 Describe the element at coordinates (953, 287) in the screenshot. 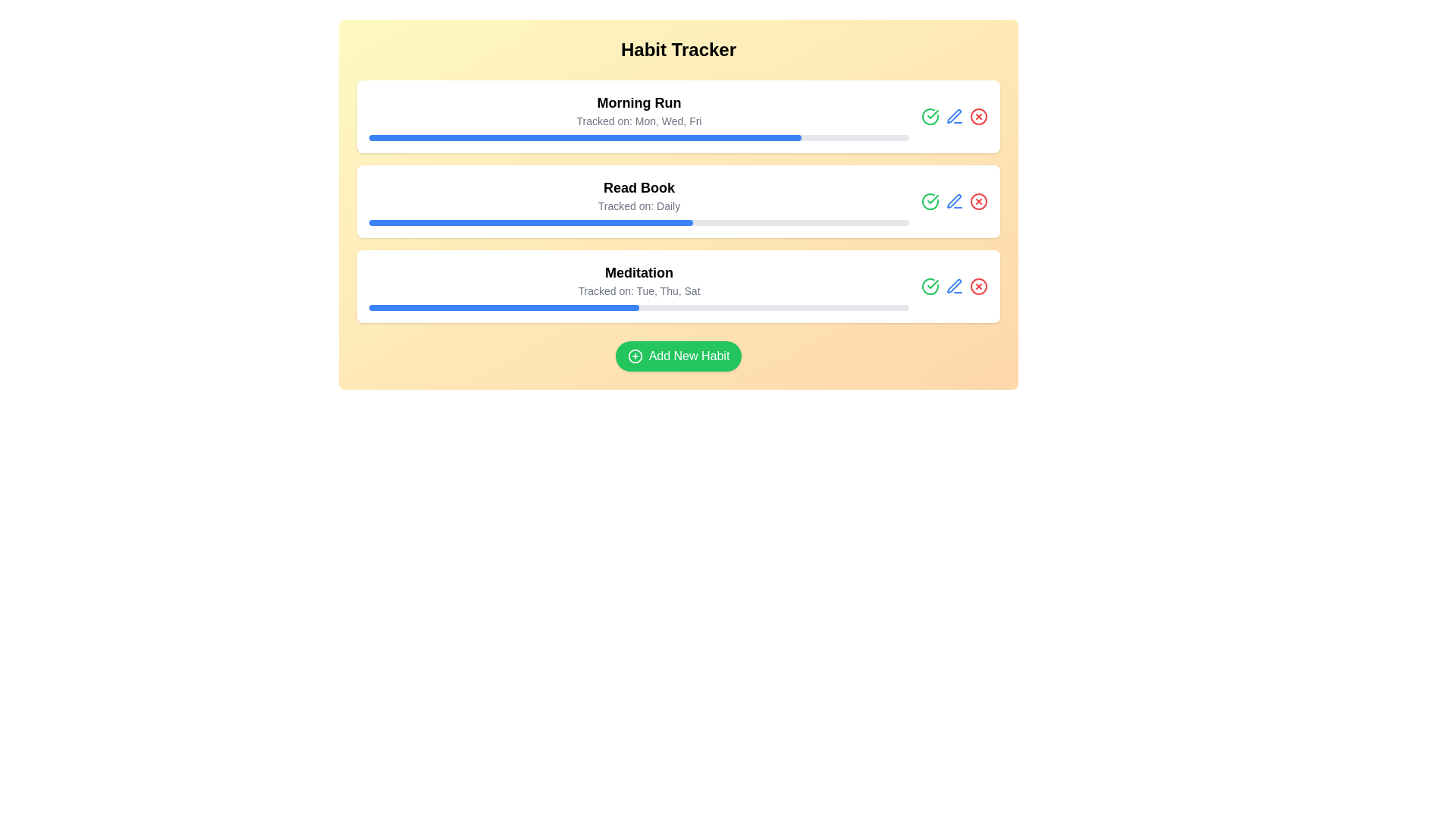

I see `the edit icon button located in the third row of the habit list titled 'Meditation', situated between the green checkmark and the red cross icon` at that location.